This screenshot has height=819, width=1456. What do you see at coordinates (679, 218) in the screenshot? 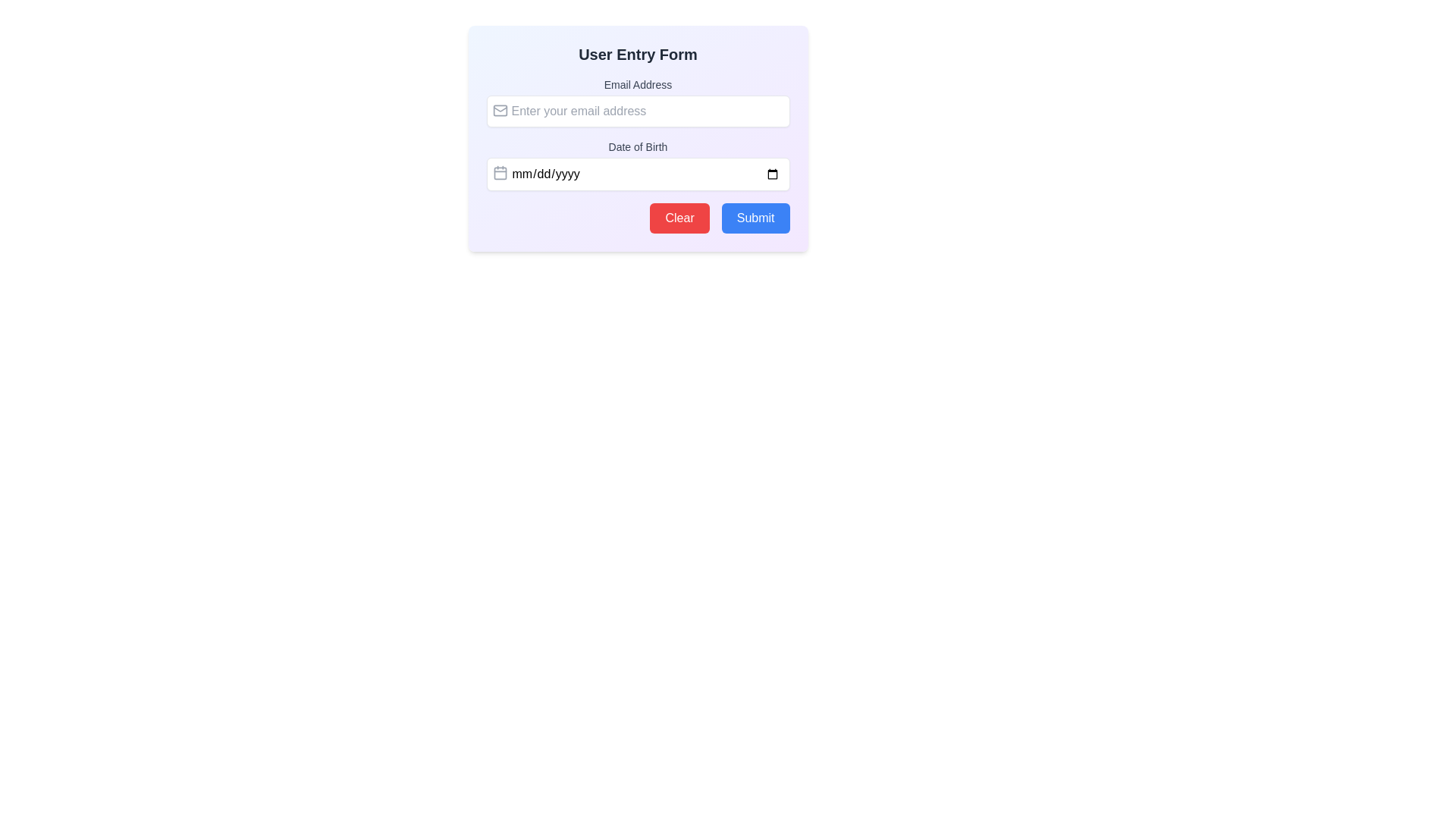
I see `the 'Clear' button, which is a rectangular button with a red background and white text, to observe its hover effect` at bounding box center [679, 218].